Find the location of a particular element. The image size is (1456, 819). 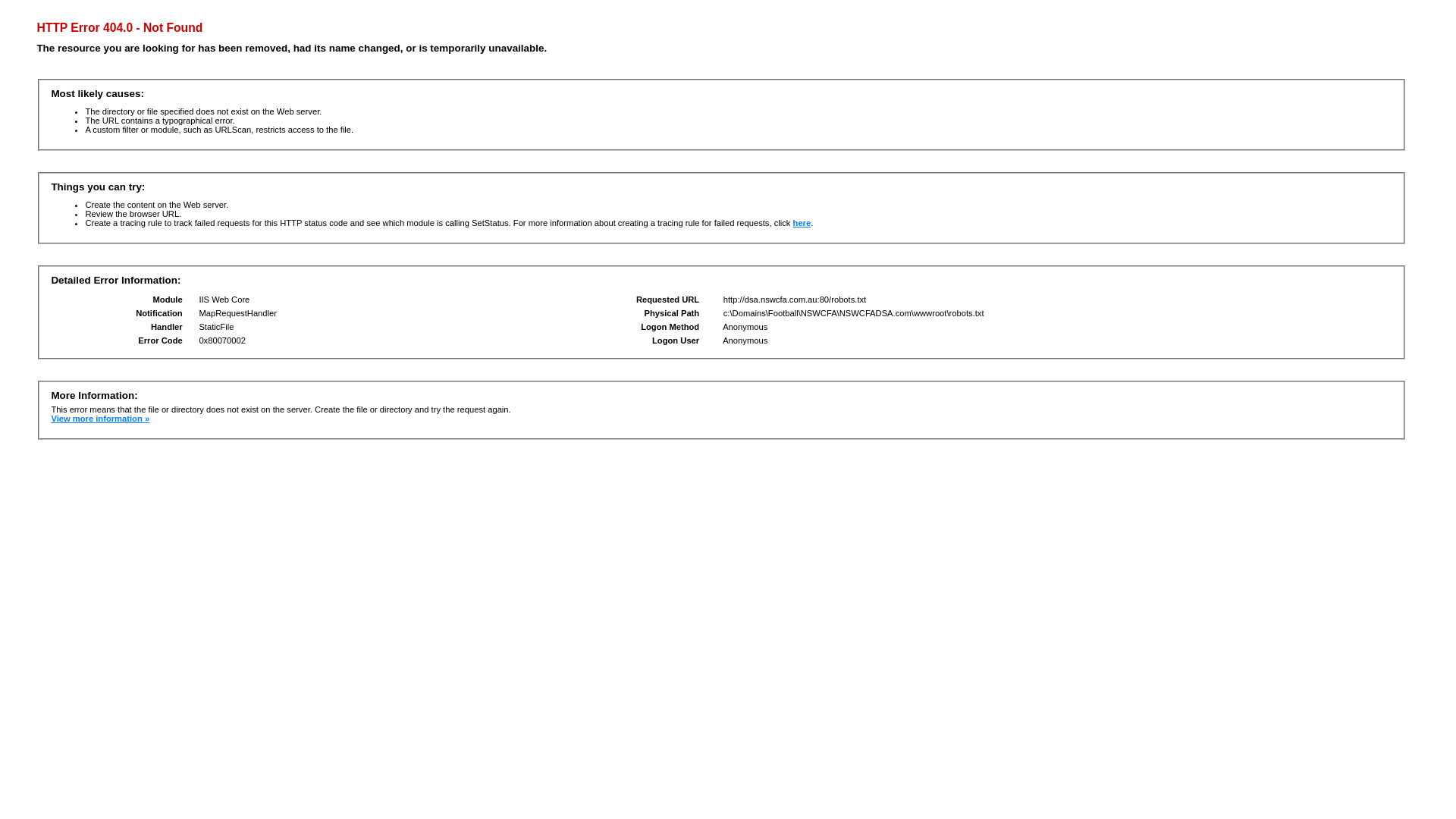

'here' is located at coordinates (801, 222).